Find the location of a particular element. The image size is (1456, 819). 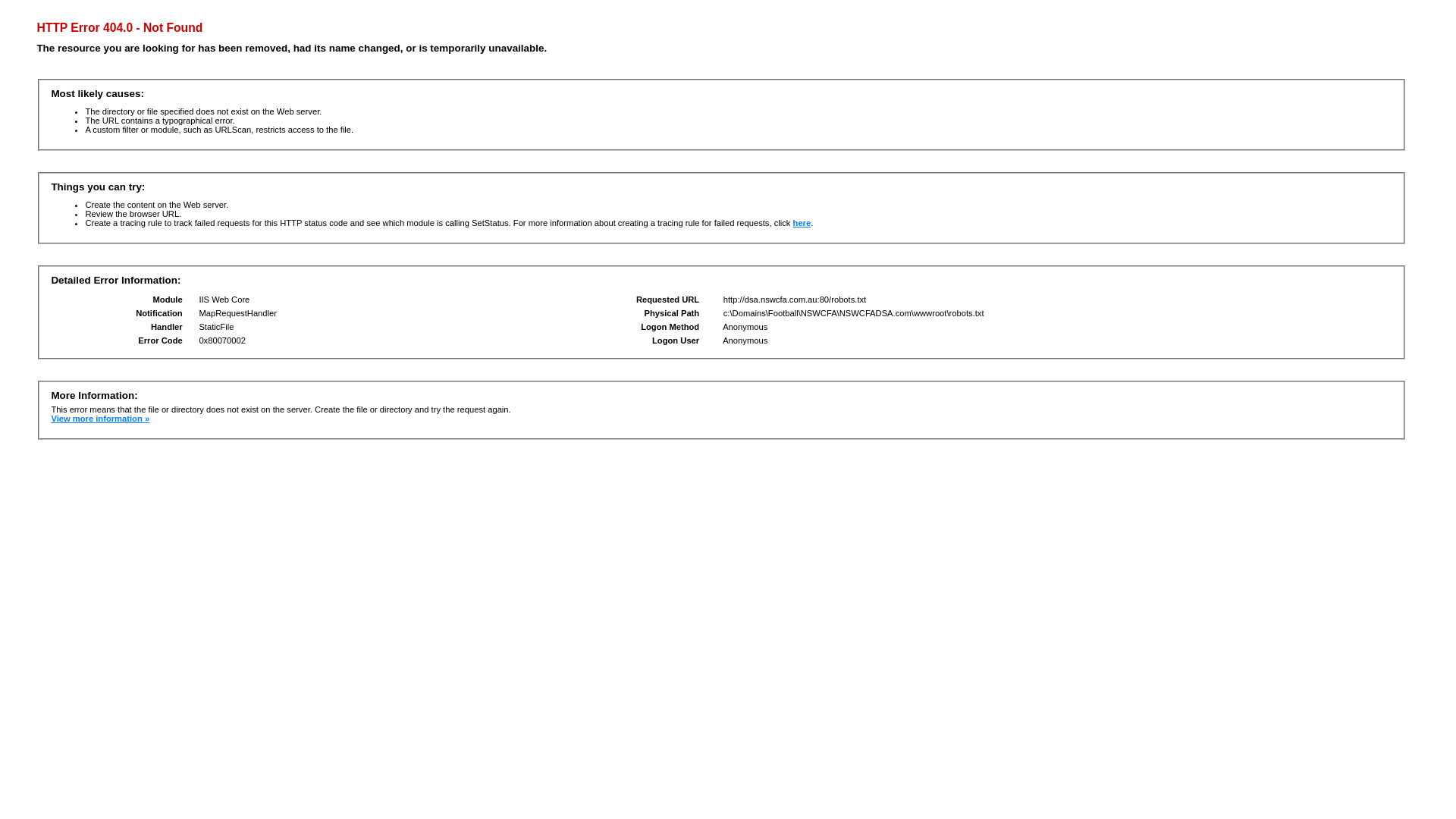

'here' is located at coordinates (801, 222).